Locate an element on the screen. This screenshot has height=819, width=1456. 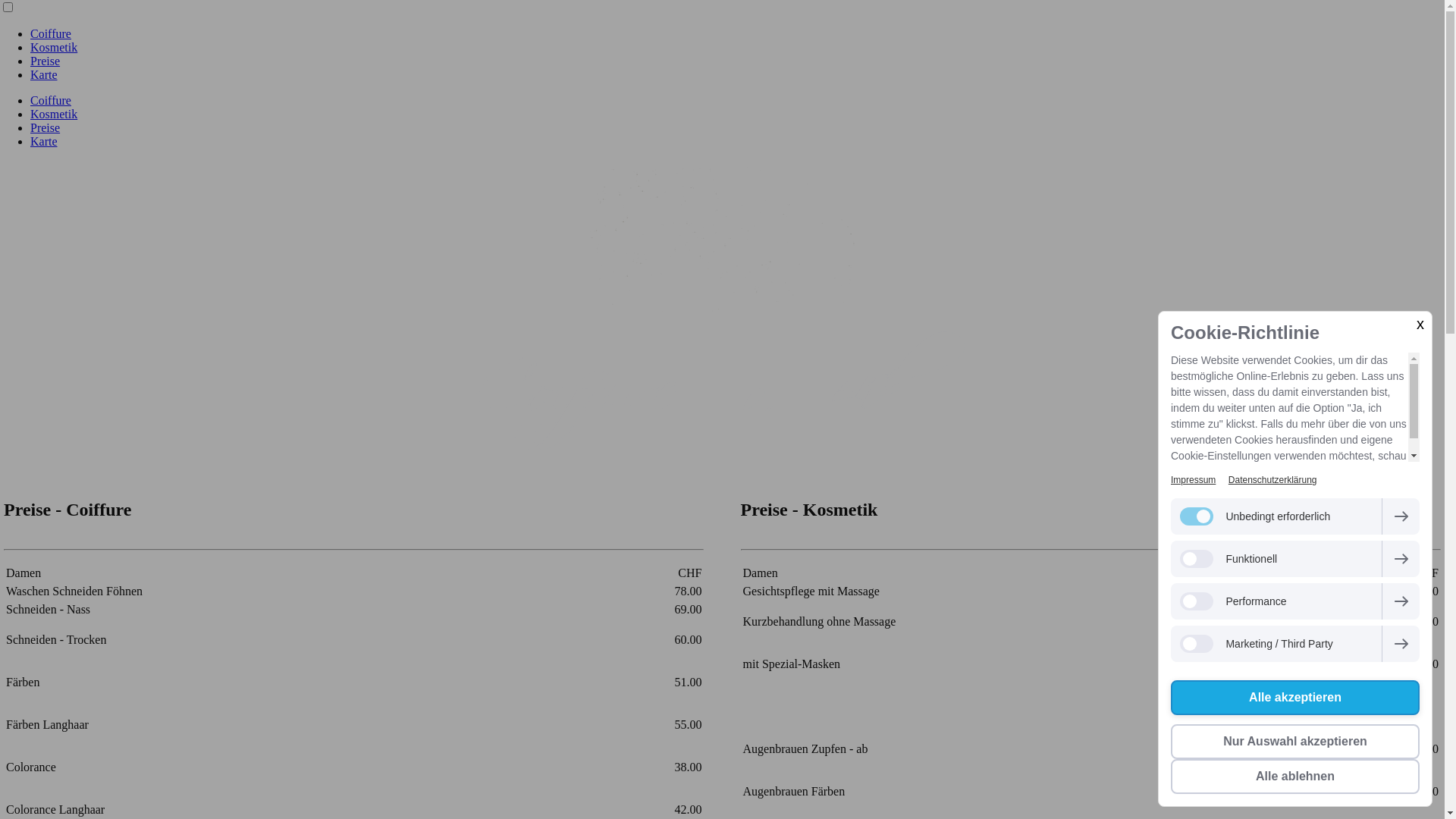
'Preise' is located at coordinates (45, 127).